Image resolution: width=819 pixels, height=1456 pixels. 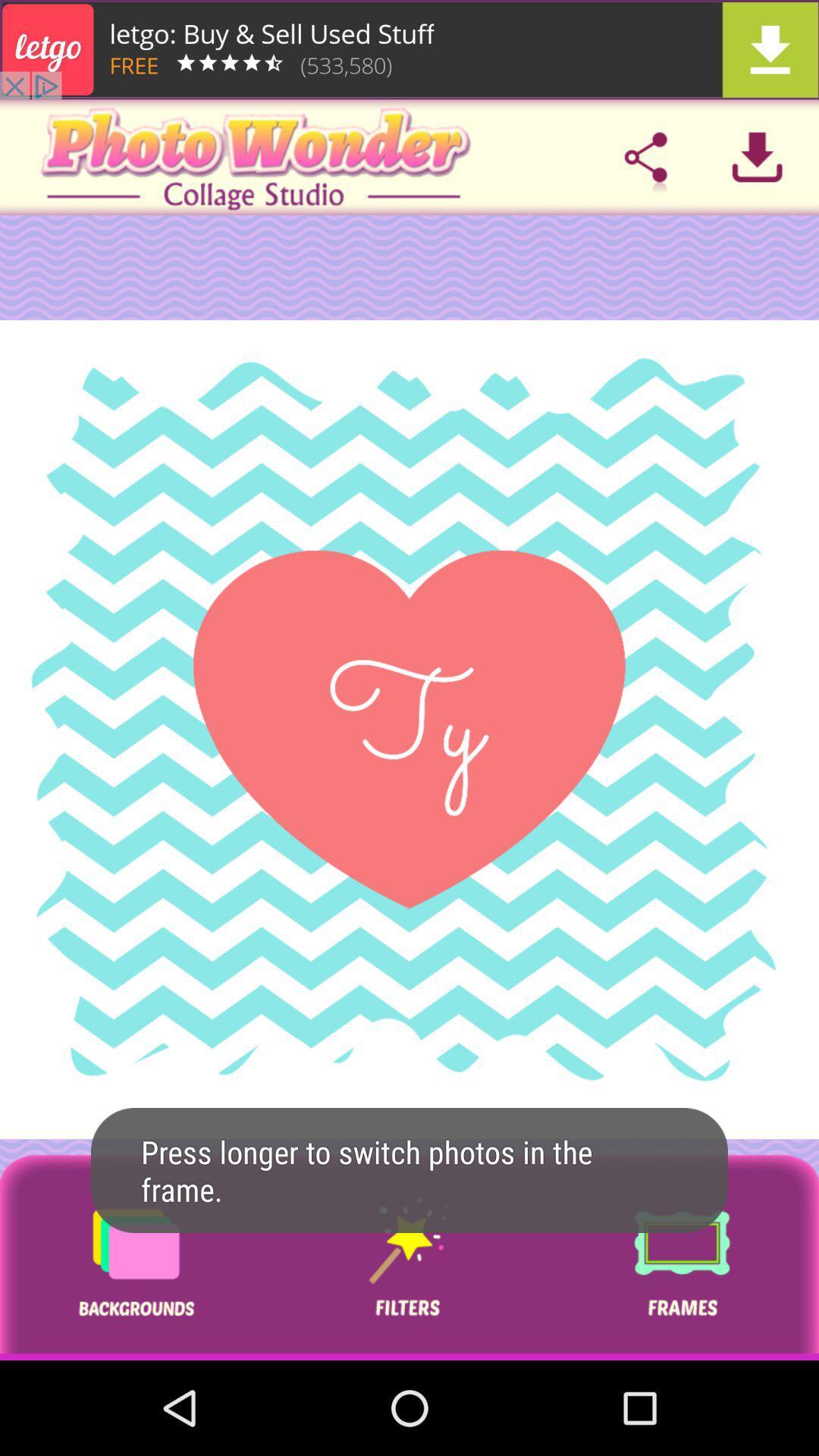 What do you see at coordinates (409, 49) in the screenshot?
I see `advertisement site for letgo` at bounding box center [409, 49].